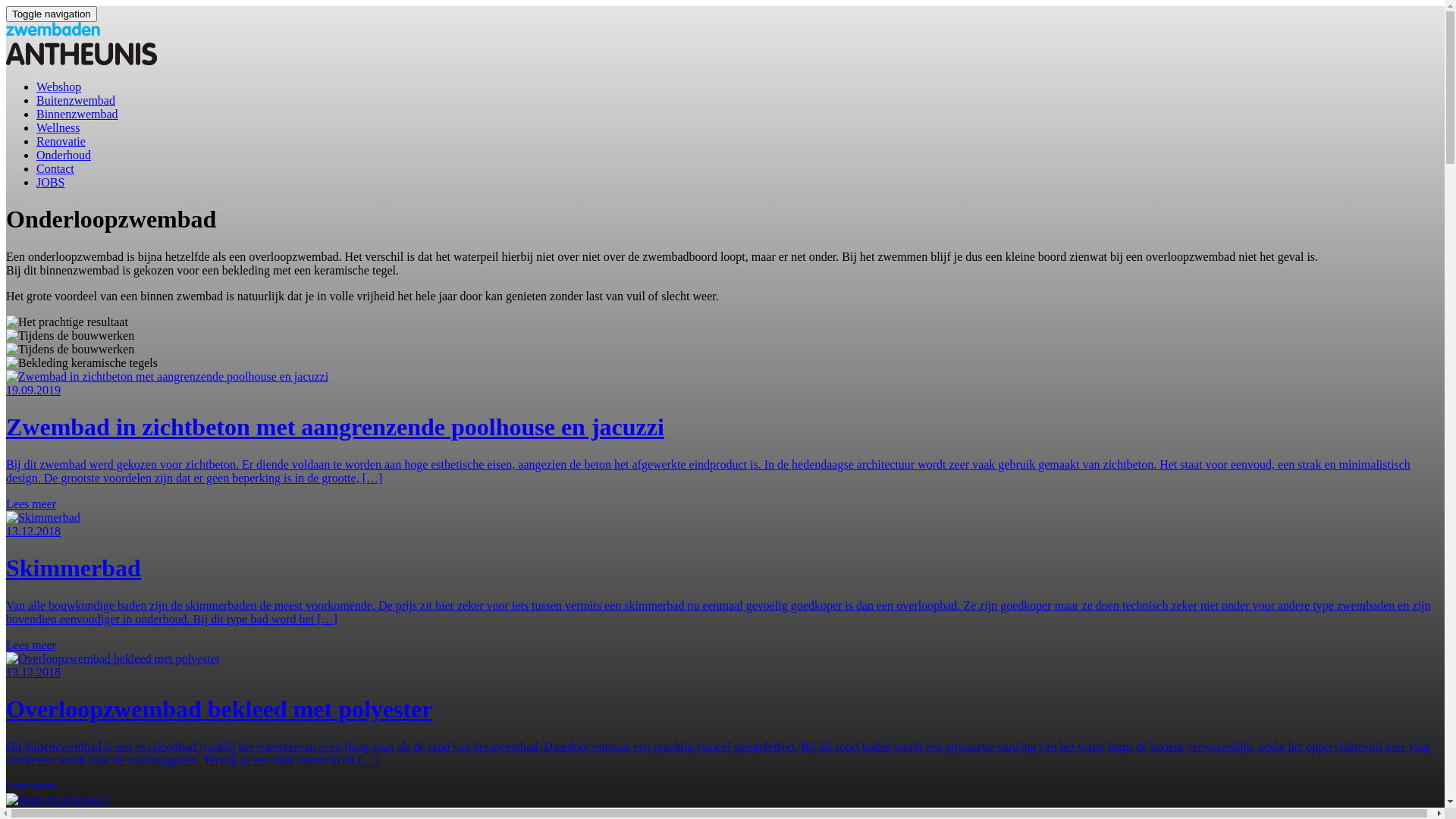 The image size is (1456, 819). Describe the element at coordinates (50, 181) in the screenshot. I see `'JOBS'` at that location.